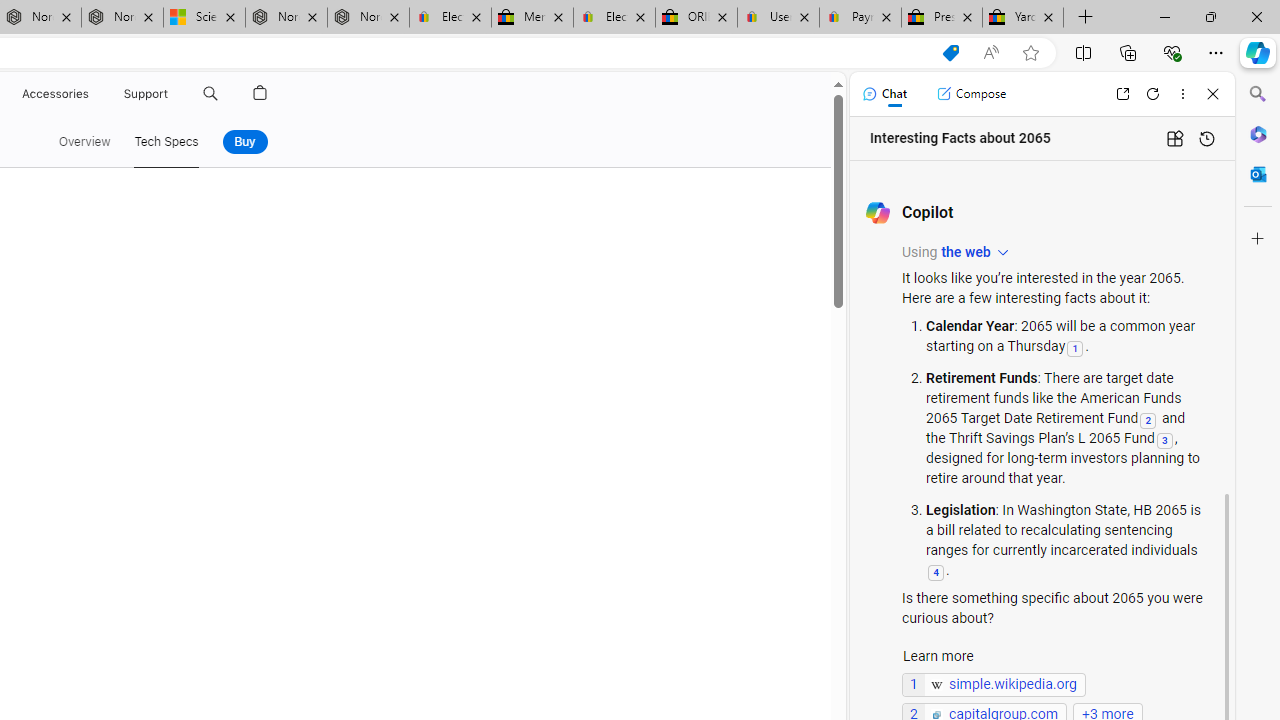 This screenshot has height=720, width=1280. Describe the element at coordinates (368, 17) in the screenshot. I see `'Nordace - FAQ'` at that location.